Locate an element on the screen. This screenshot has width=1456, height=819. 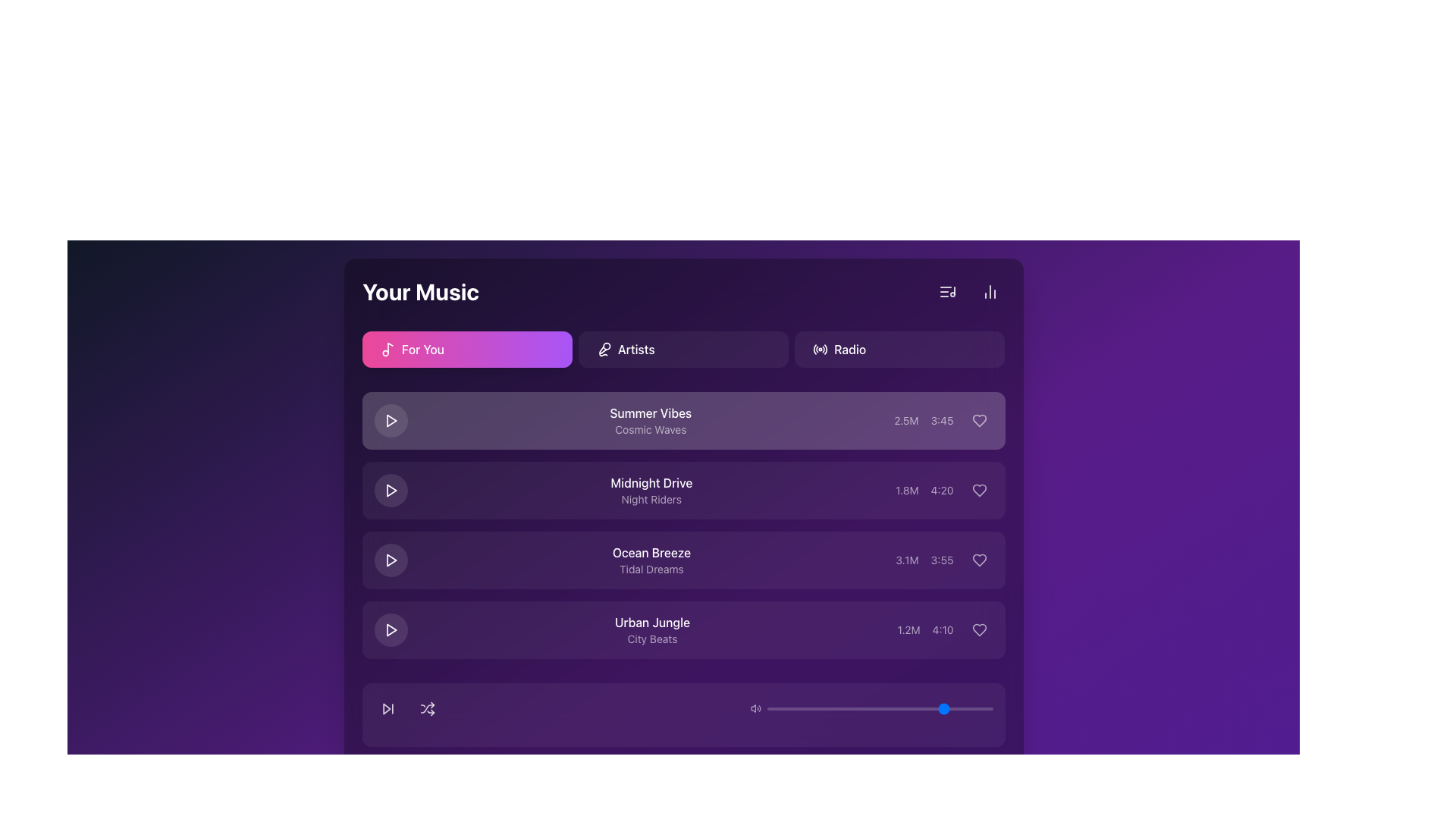
the bold white text label reading 'Your Music' located in the top-left corner of the dark-themed user interface is located at coordinates (420, 292).